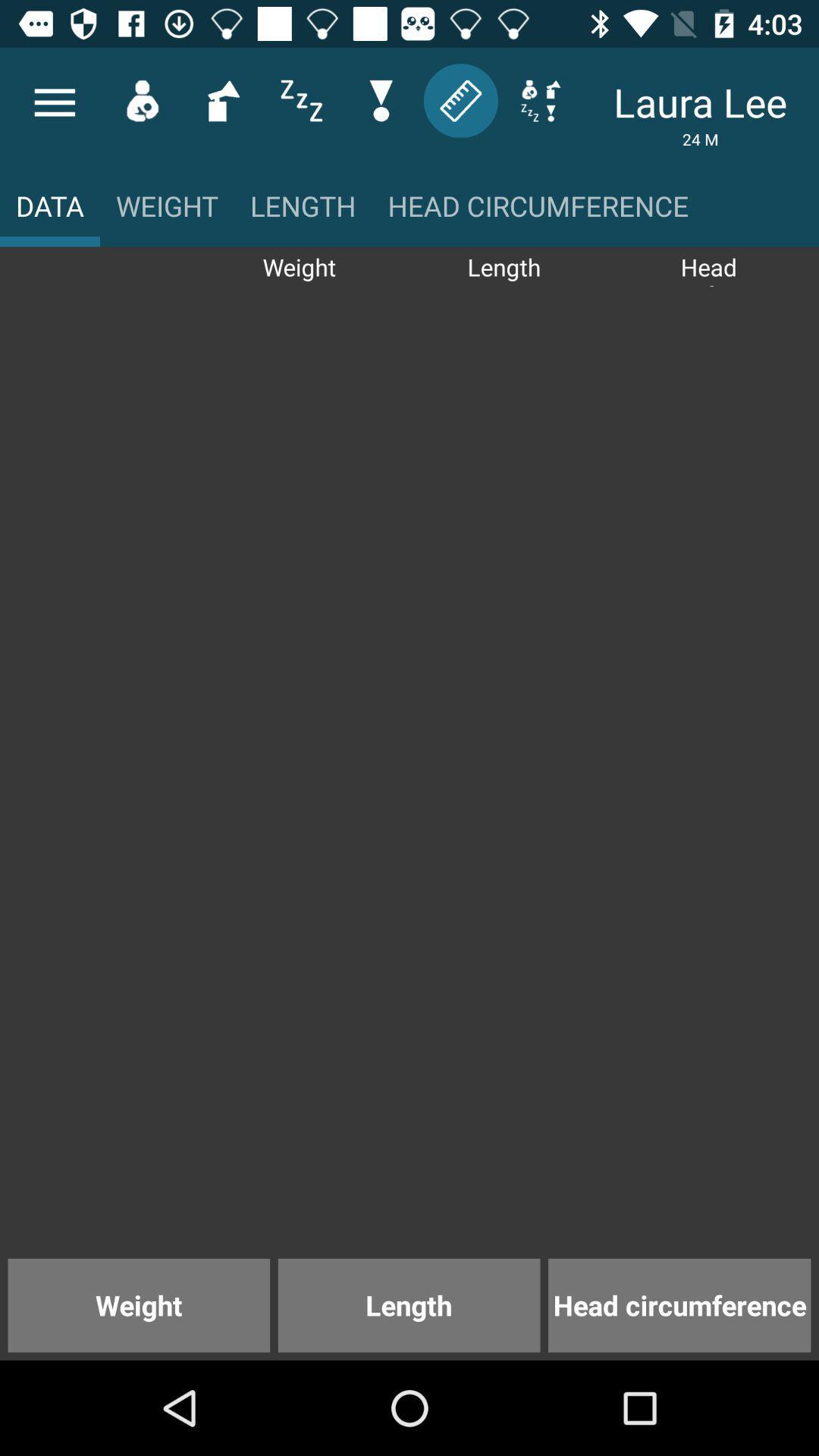  I want to click on the label icon, so click(460, 99).